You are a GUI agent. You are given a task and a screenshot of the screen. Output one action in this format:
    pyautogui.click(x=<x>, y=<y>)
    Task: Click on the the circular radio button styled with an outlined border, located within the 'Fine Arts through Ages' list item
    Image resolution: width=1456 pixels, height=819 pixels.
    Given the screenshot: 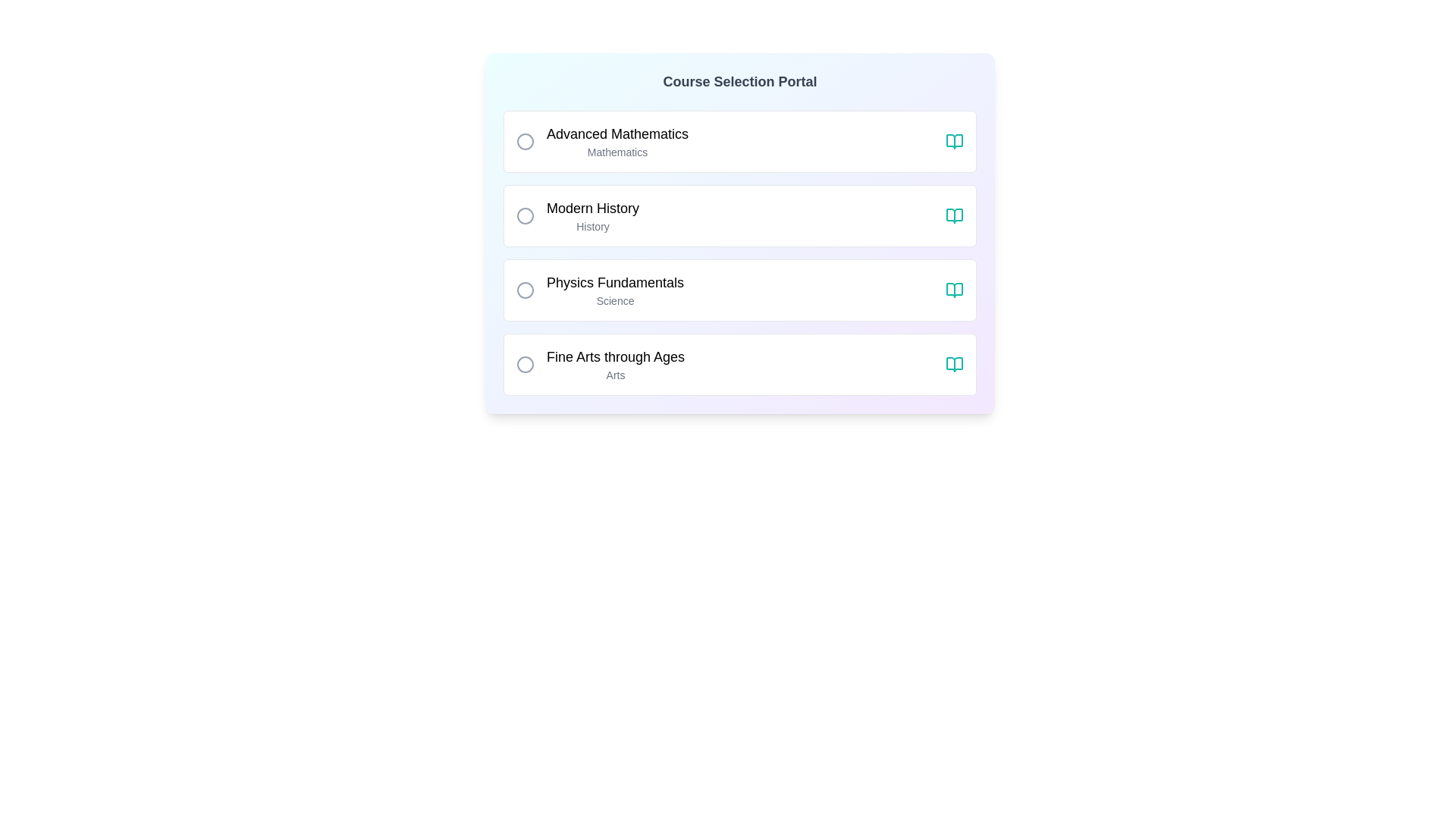 What is the action you would take?
    pyautogui.click(x=525, y=365)
    